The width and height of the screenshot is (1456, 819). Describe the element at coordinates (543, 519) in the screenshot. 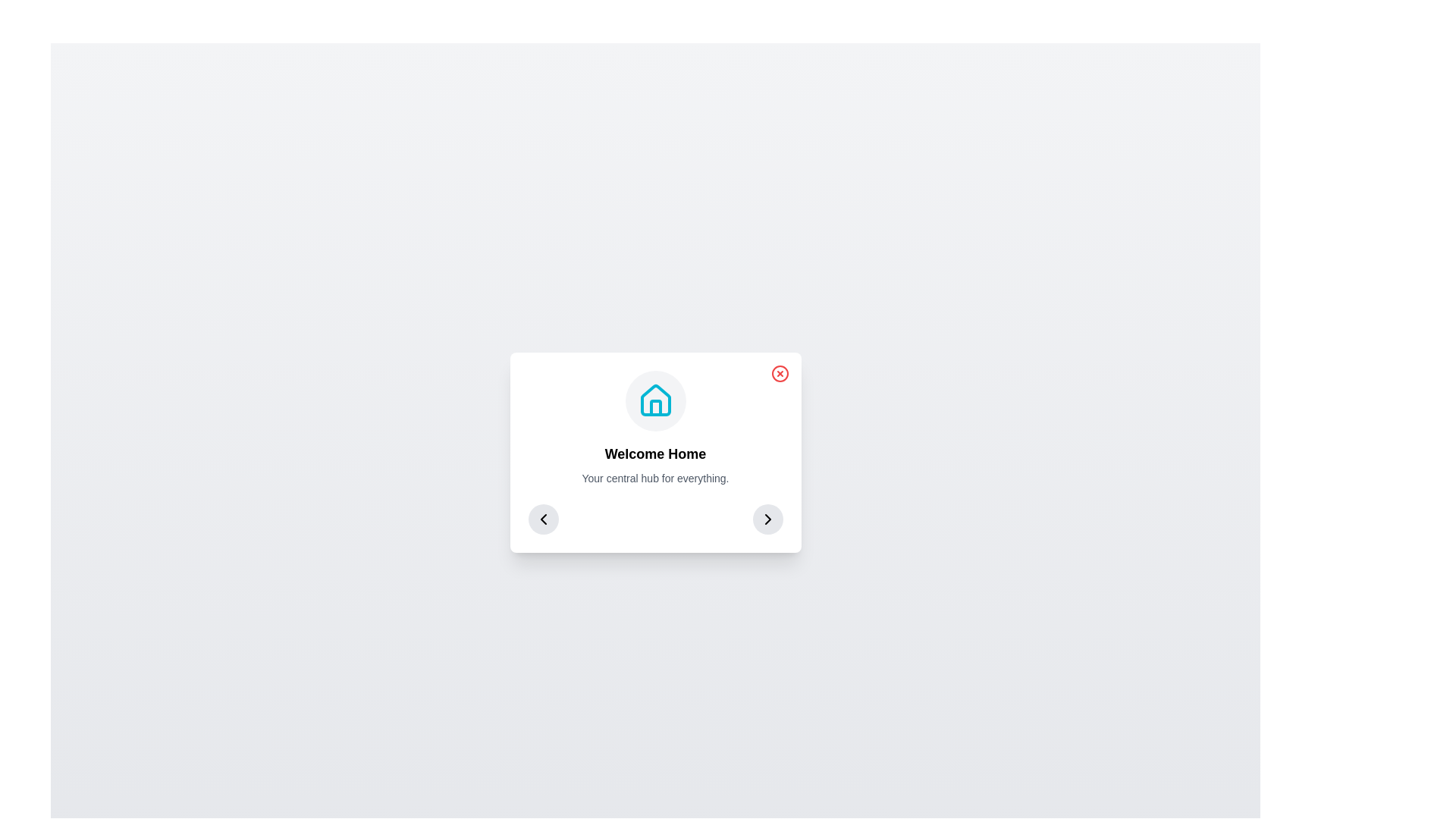

I see `the left navigation icon located in the bottom-left corner of the card interface` at that location.